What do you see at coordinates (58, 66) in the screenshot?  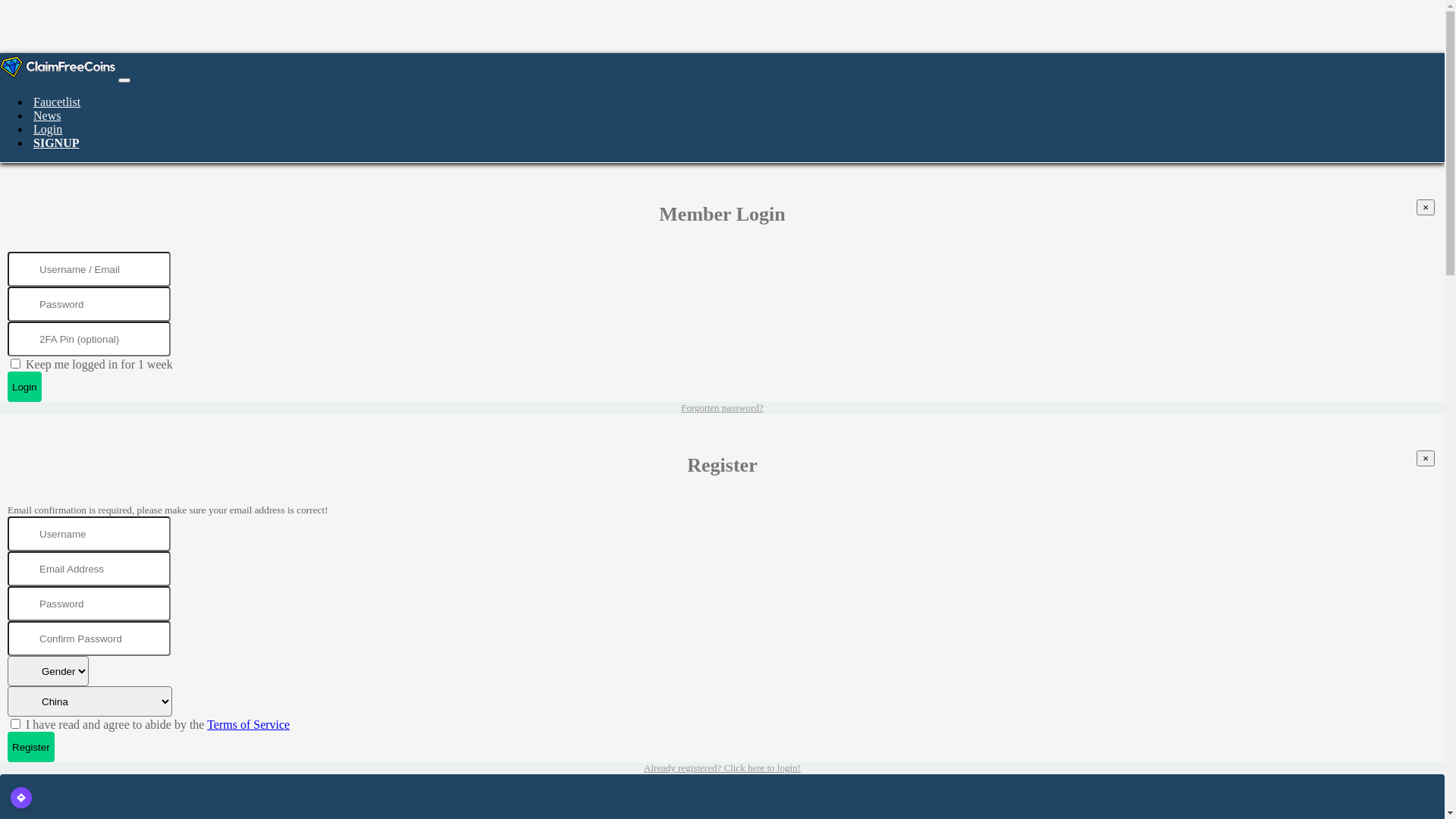 I see `'ClaimFreeCoins'` at bounding box center [58, 66].